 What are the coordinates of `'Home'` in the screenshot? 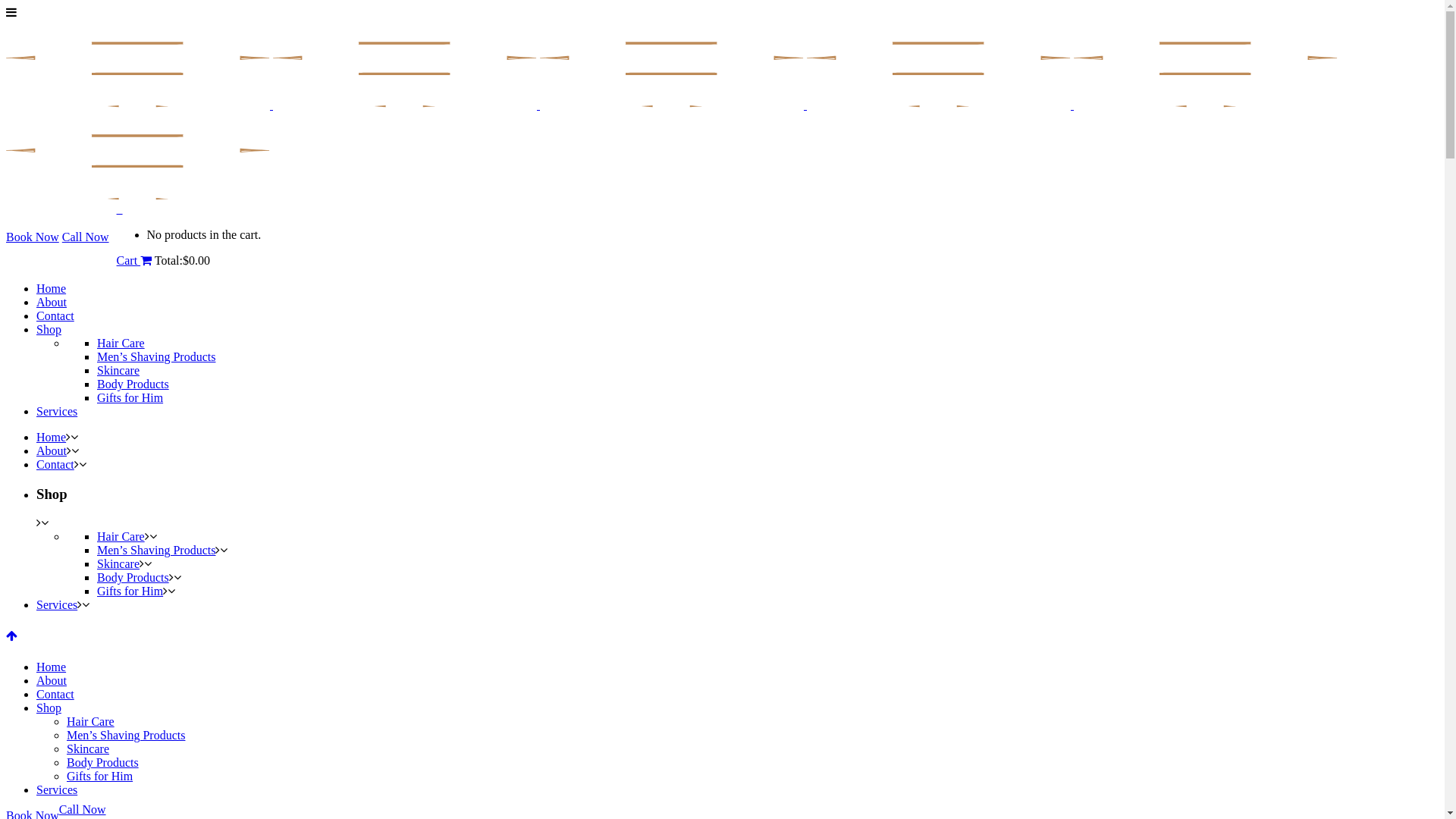 It's located at (51, 666).